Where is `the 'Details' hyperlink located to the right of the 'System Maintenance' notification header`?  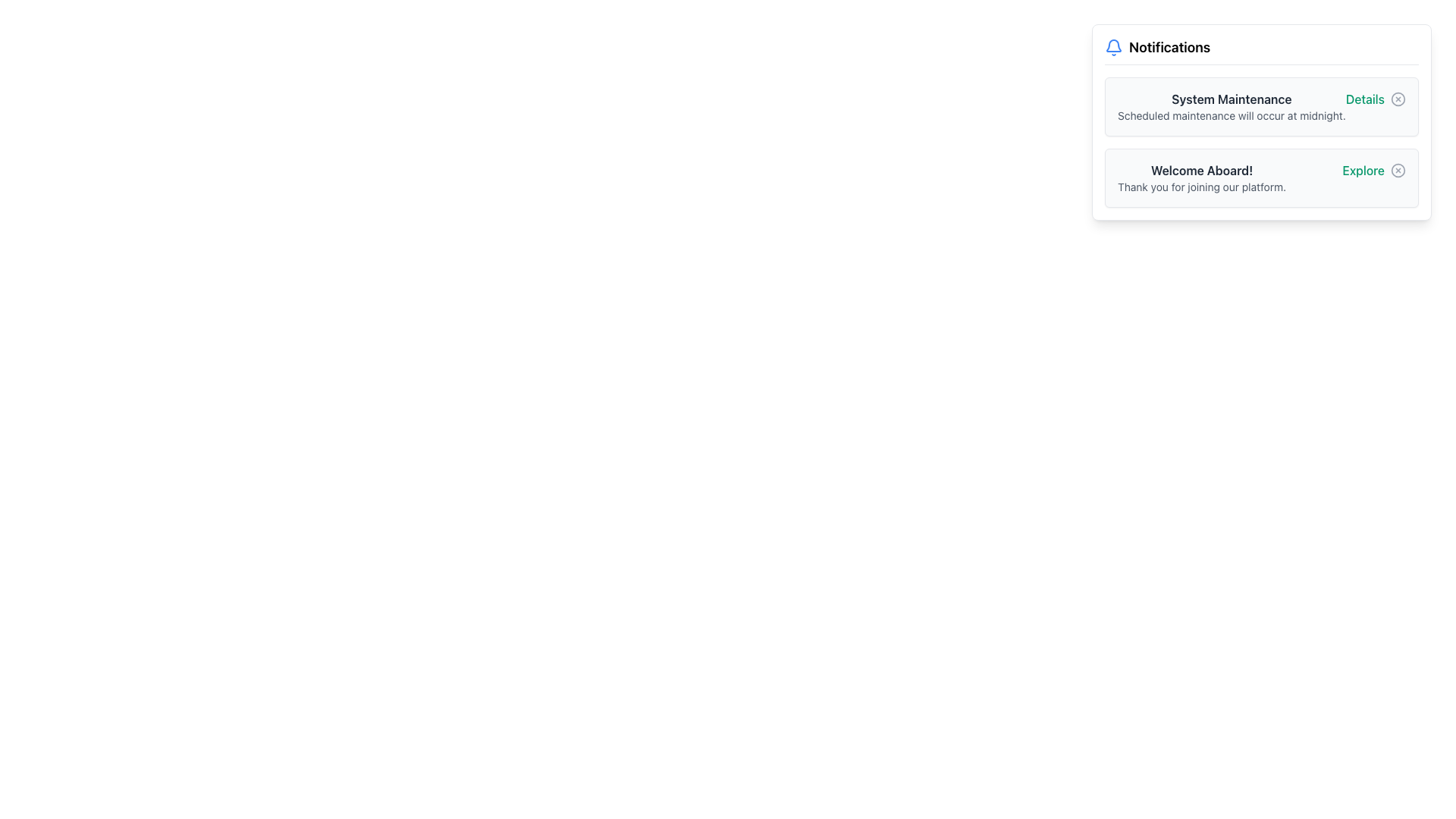 the 'Details' hyperlink located to the right of the 'System Maintenance' notification header is located at coordinates (1365, 99).